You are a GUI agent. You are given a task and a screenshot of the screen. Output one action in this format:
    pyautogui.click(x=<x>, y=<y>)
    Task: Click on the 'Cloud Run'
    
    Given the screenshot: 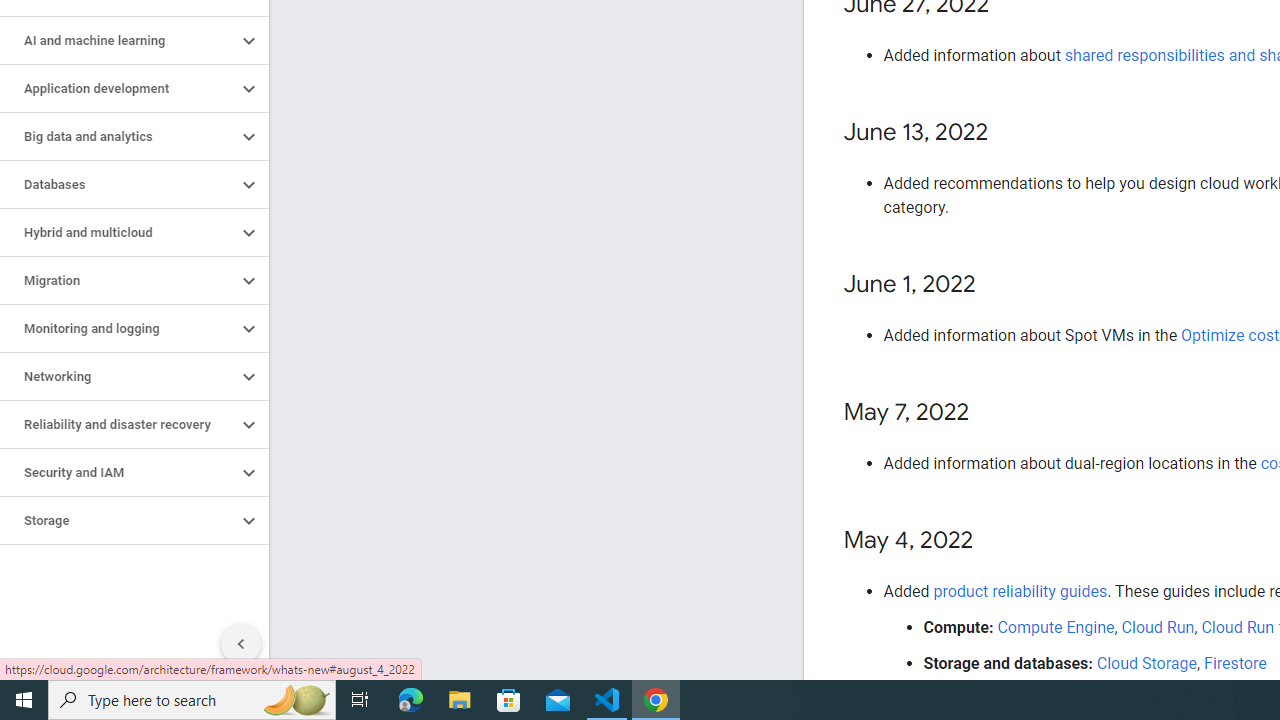 What is the action you would take?
    pyautogui.click(x=1158, y=626)
    